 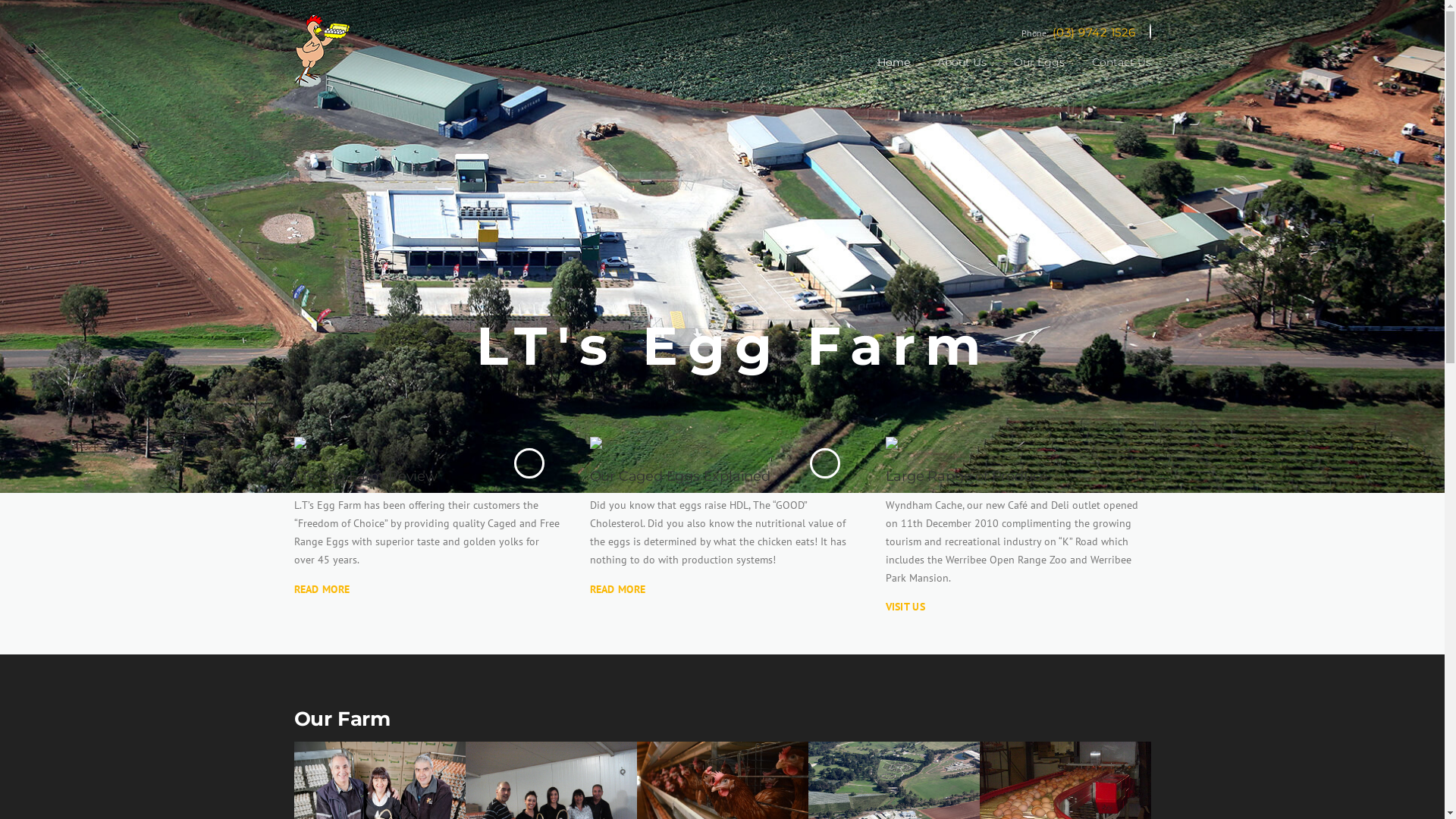 What do you see at coordinates (294, 49) in the screenshot?
I see `'LTs Eggs'` at bounding box center [294, 49].